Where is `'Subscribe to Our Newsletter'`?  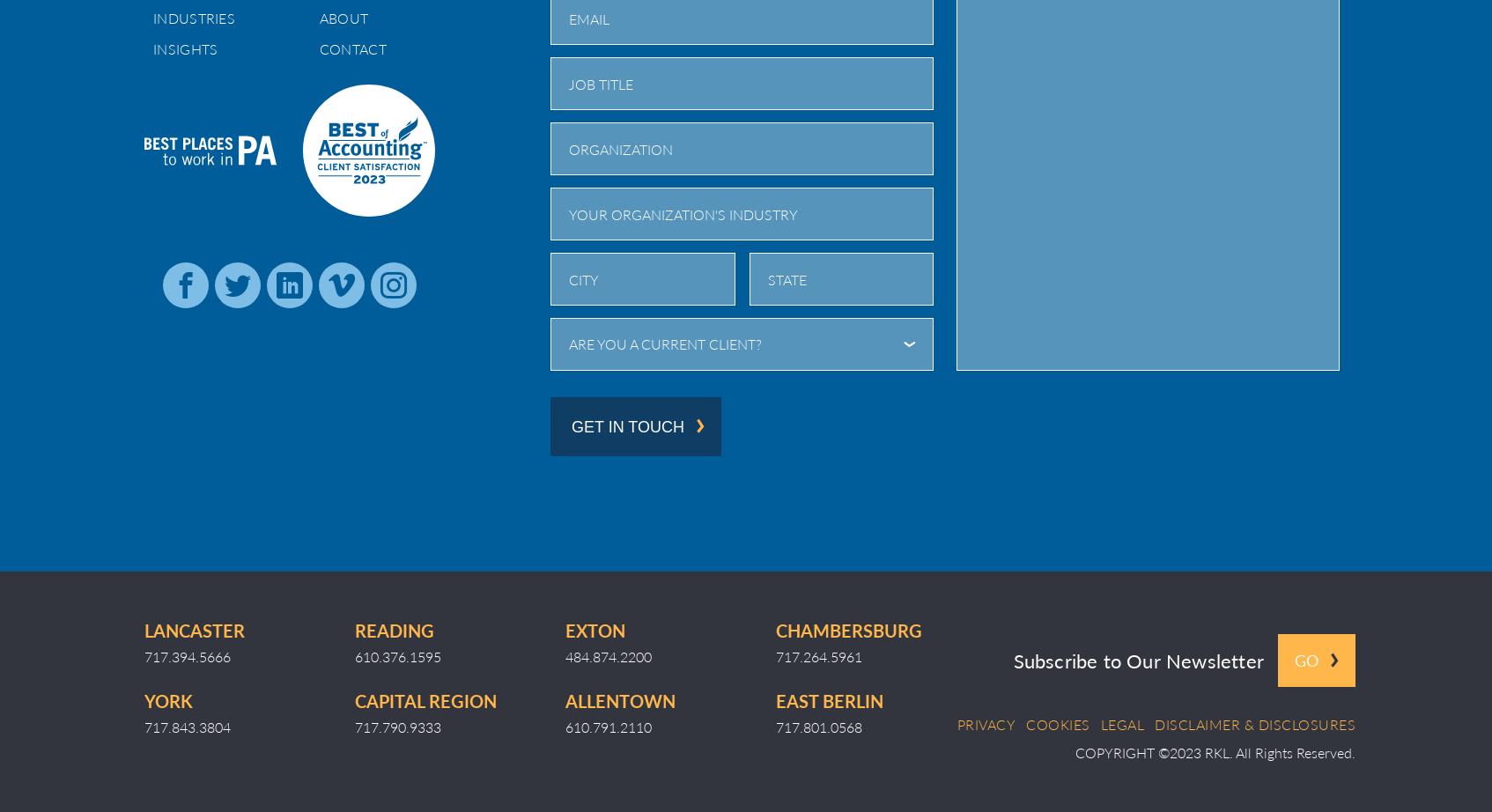 'Subscribe to Our Newsletter' is located at coordinates (1138, 659).